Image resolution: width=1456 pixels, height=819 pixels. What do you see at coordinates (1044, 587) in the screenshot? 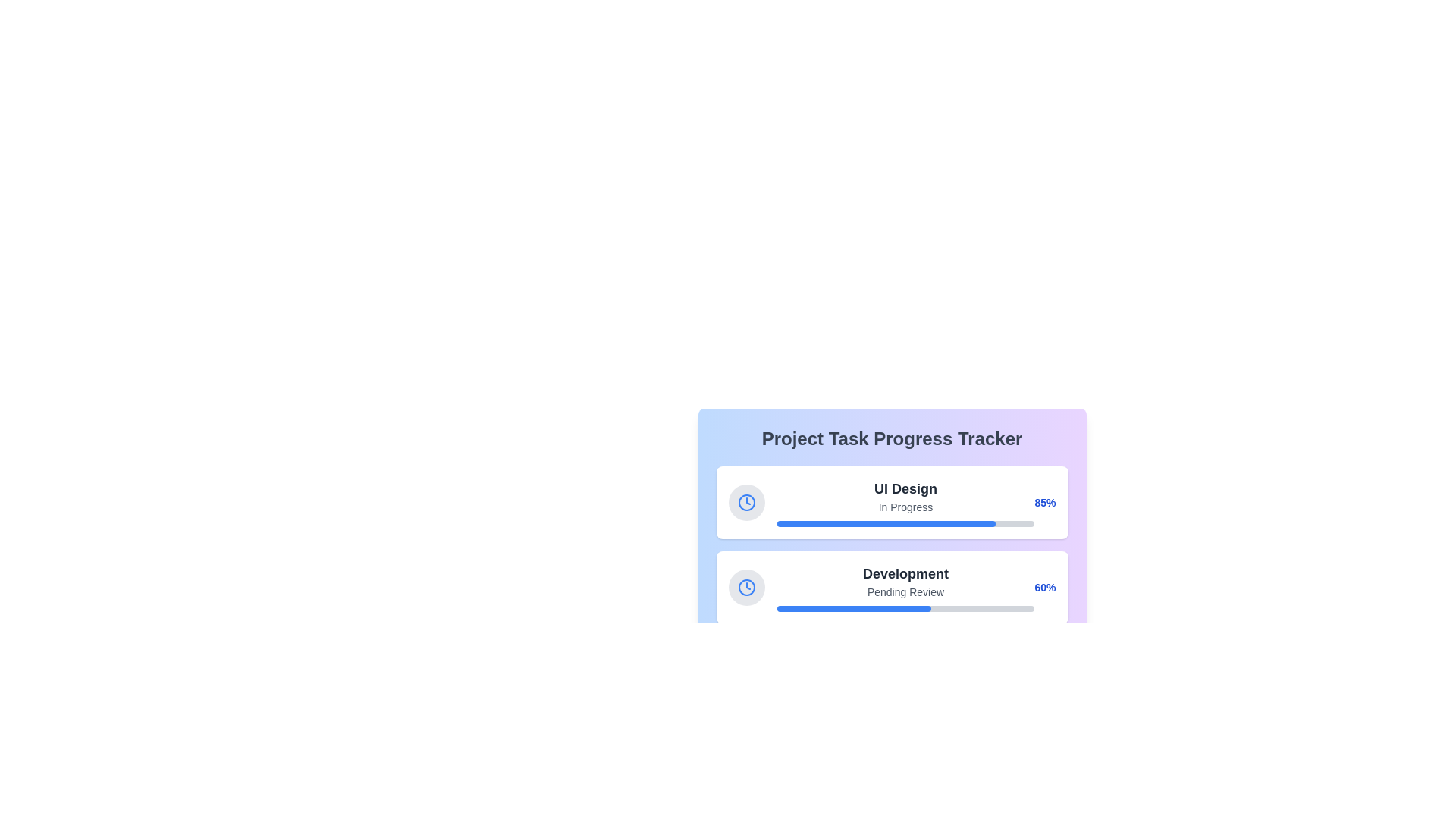
I see `the completion percentage label for the 'Development' task in the 'Project Task Progress Tracker' interface, located at the right-end corner of the progress bar card` at bounding box center [1044, 587].